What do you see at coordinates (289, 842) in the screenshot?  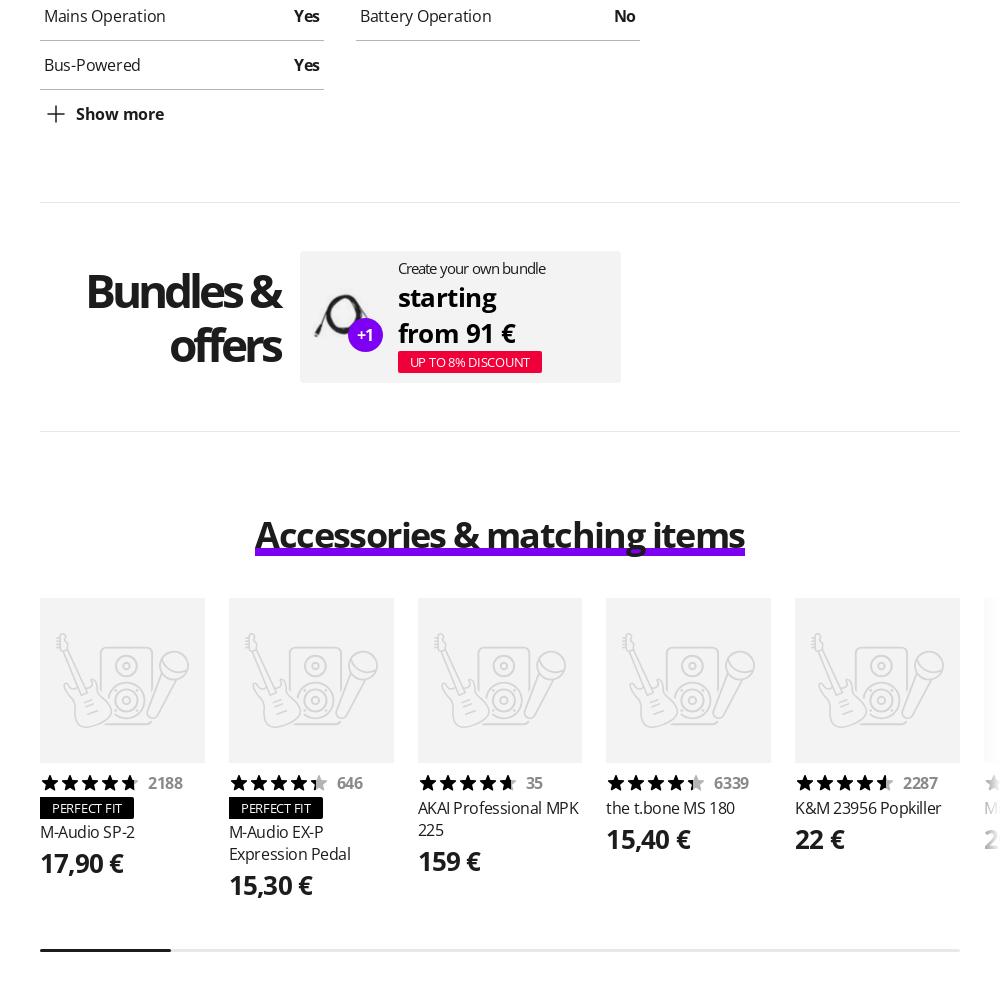 I see `'EX-P Expression Pedal'` at bounding box center [289, 842].